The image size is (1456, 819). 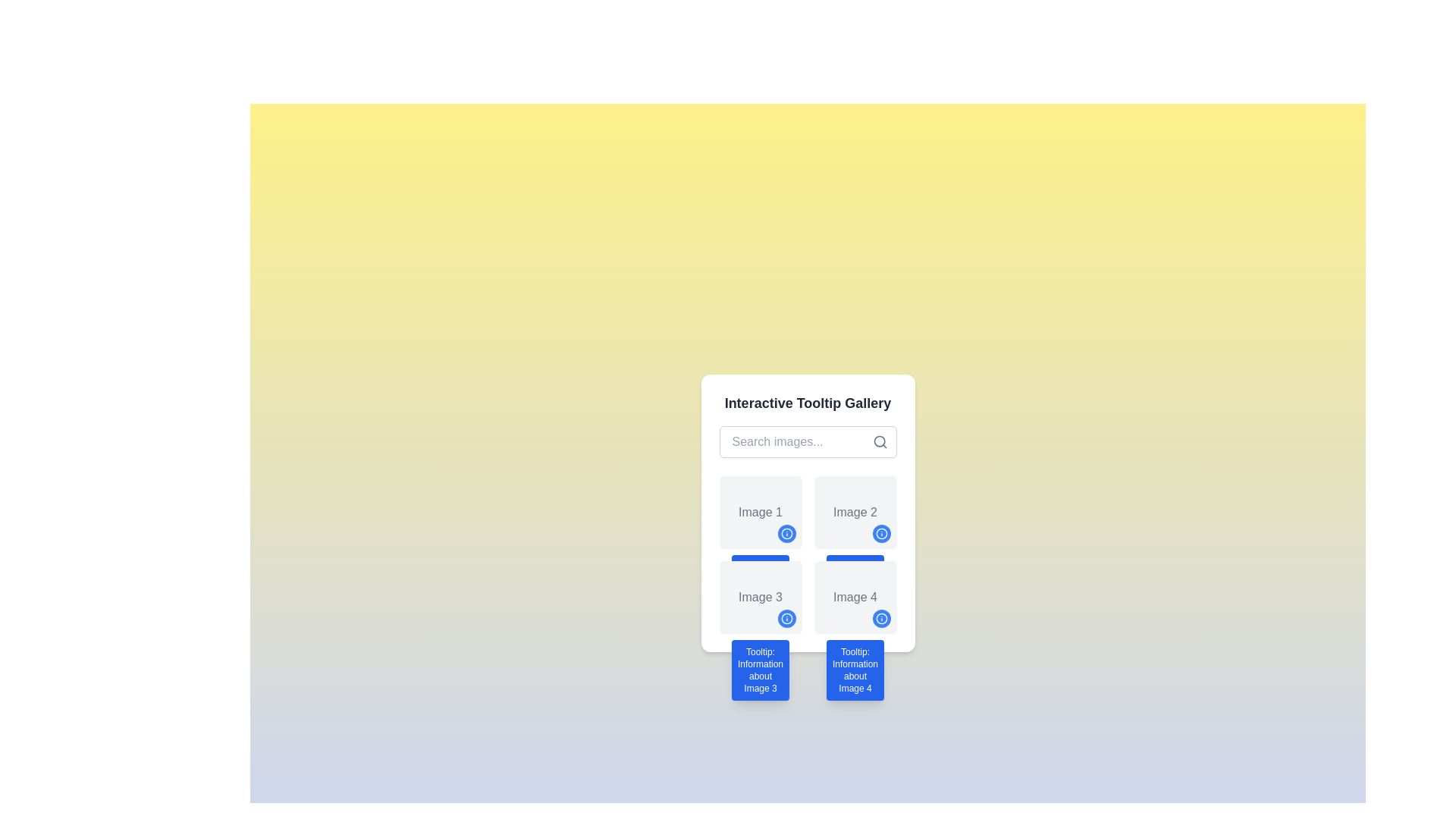 What do you see at coordinates (786, 619) in the screenshot?
I see `the primary circular SVG element which has a thin outline and is centrally positioned among overlapping shapes in the icon set` at bounding box center [786, 619].